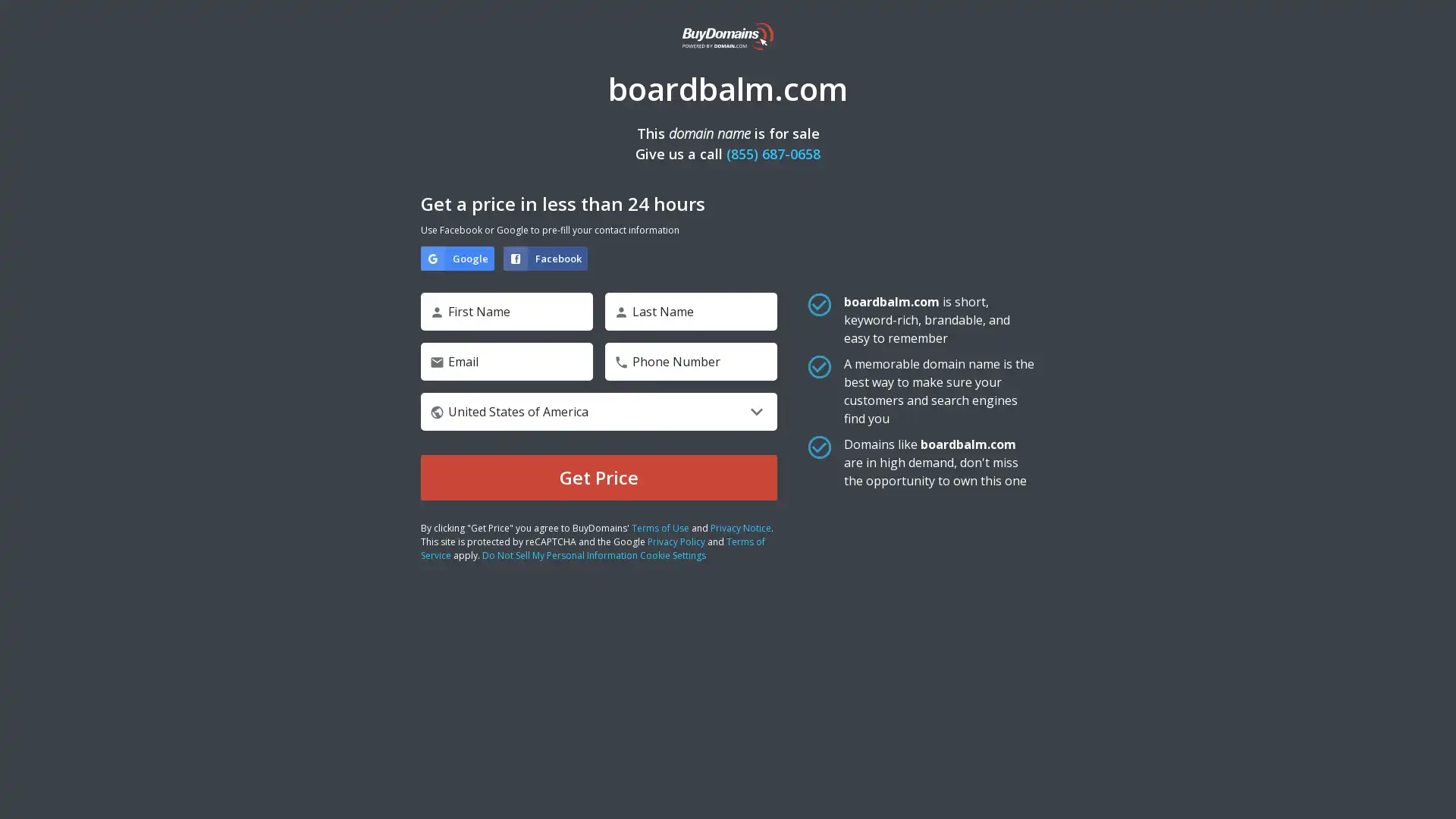  What do you see at coordinates (154, 719) in the screenshot?
I see `Got It` at bounding box center [154, 719].